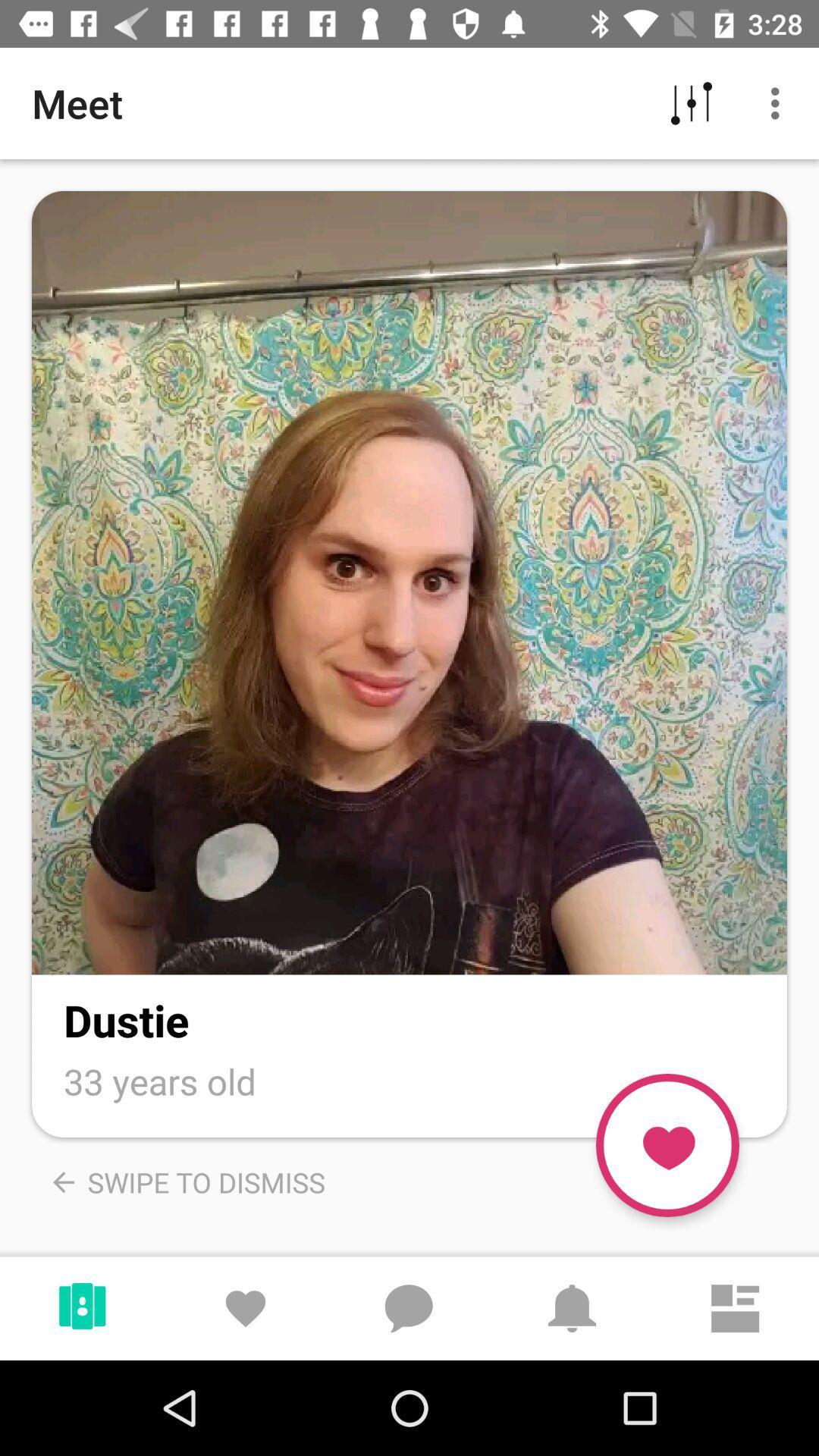 The height and width of the screenshot is (1456, 819). What do you see at coordinates (667, 1145) in the screenshot?
I see `item next to swipe to dismiss item` at bounding box center [667, 1145].